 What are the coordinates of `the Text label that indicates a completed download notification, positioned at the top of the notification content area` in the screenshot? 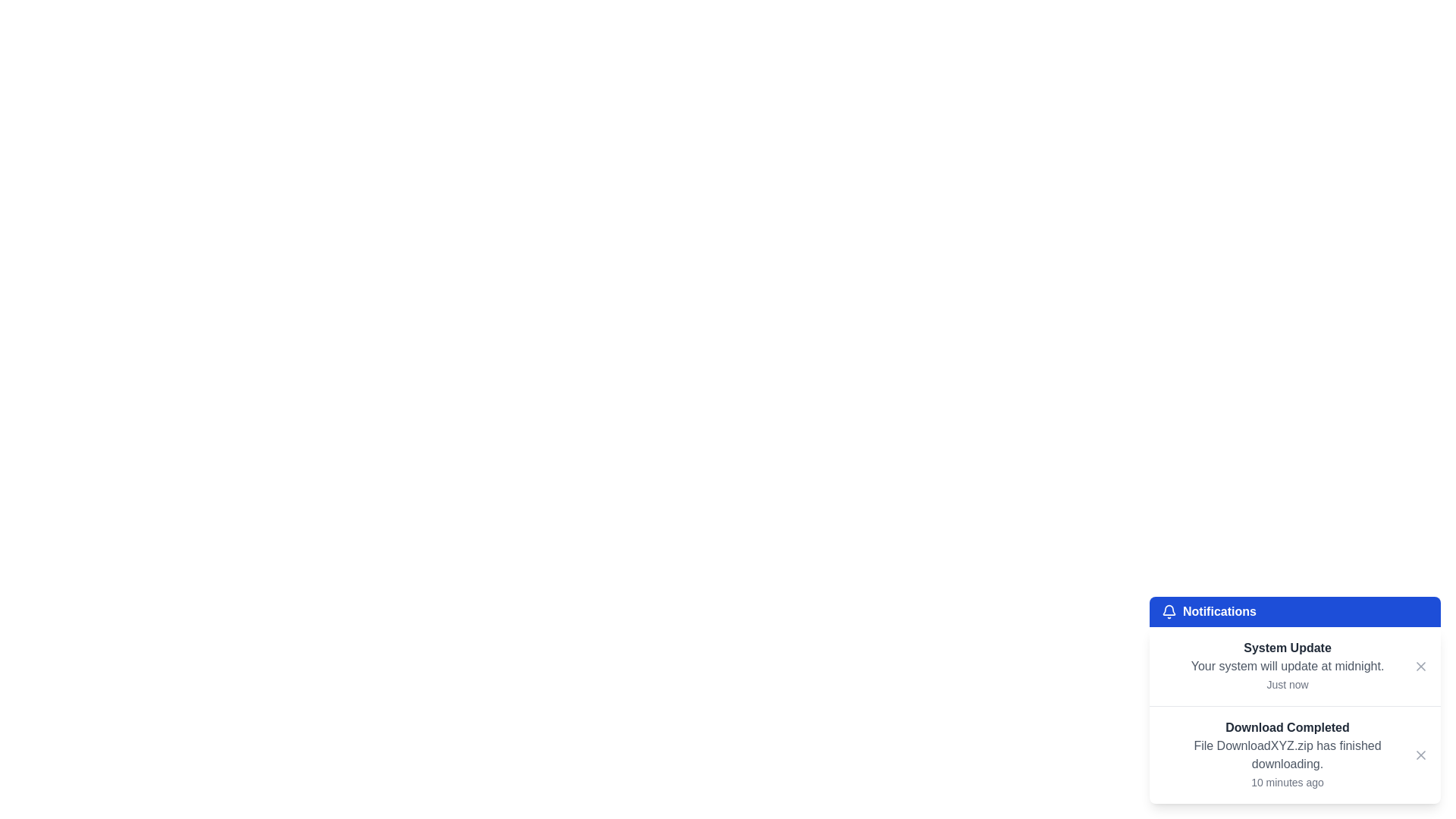 It's located at (1287, 727).